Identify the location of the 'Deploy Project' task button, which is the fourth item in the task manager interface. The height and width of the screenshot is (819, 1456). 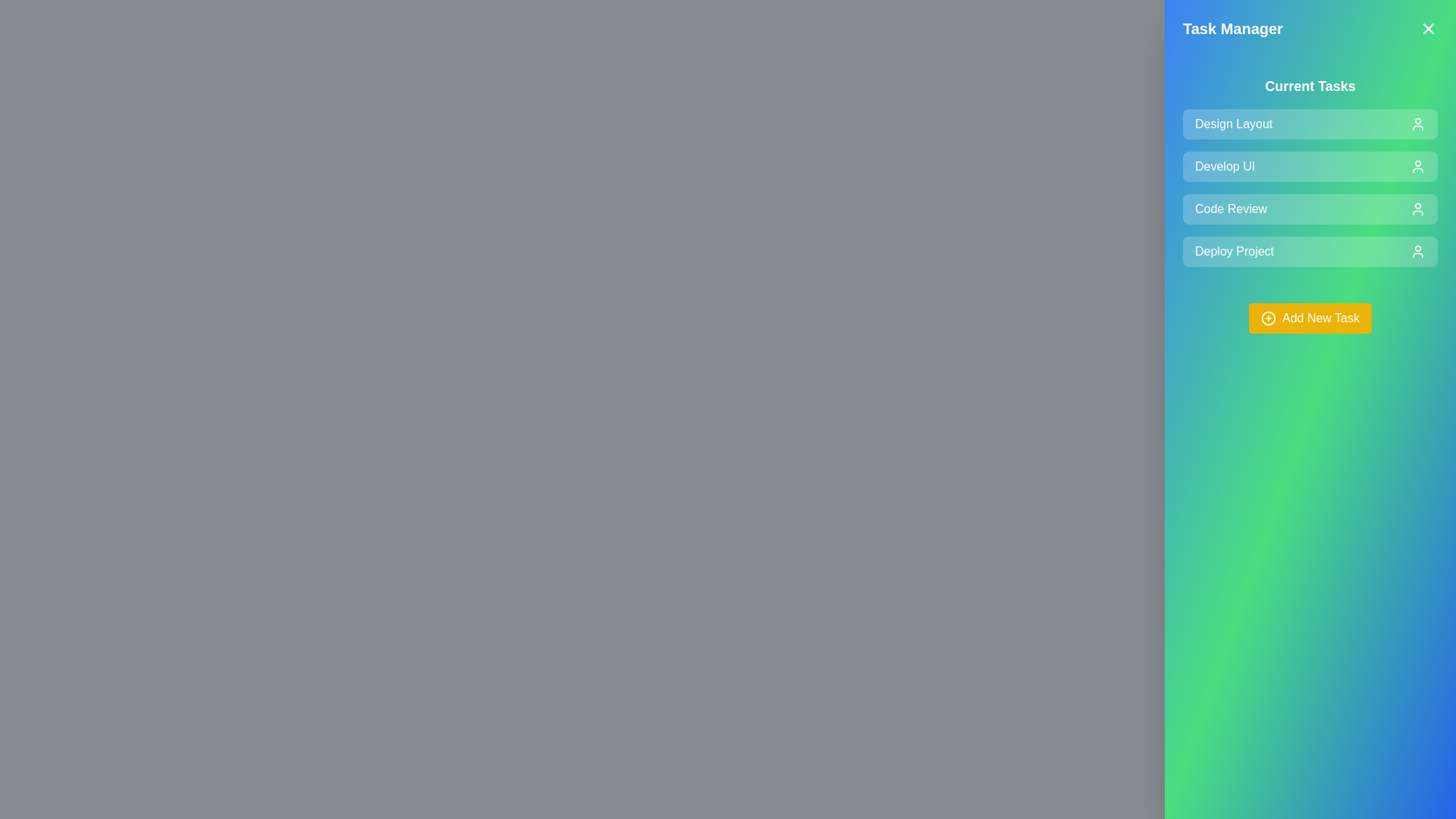
(1310, 250).